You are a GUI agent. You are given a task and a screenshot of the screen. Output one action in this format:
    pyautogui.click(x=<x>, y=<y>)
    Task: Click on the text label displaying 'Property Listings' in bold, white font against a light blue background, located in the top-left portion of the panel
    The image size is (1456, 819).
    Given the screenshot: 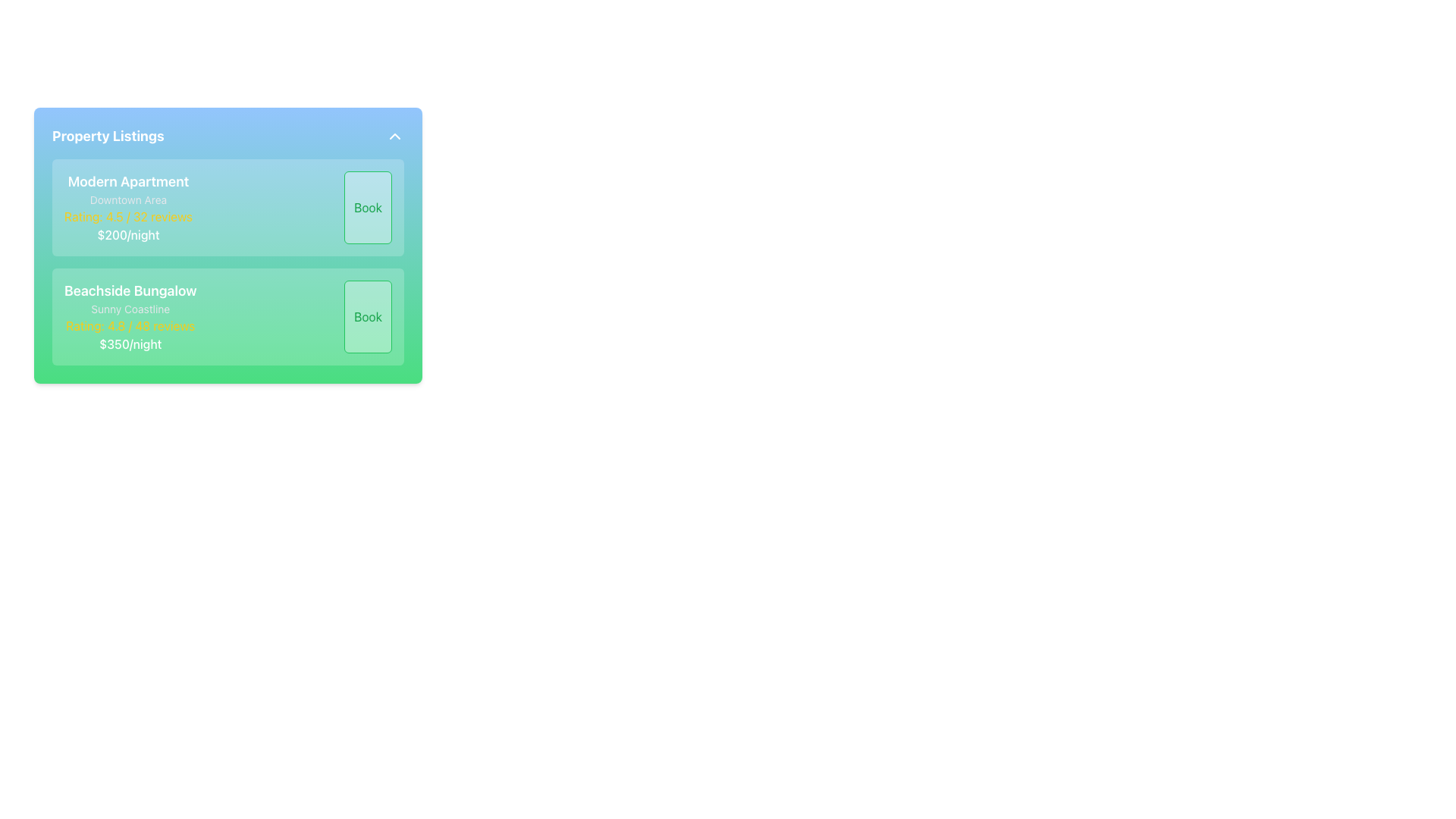 What is the action you would take?
    pyautogui.click(x=107, y=136)
    